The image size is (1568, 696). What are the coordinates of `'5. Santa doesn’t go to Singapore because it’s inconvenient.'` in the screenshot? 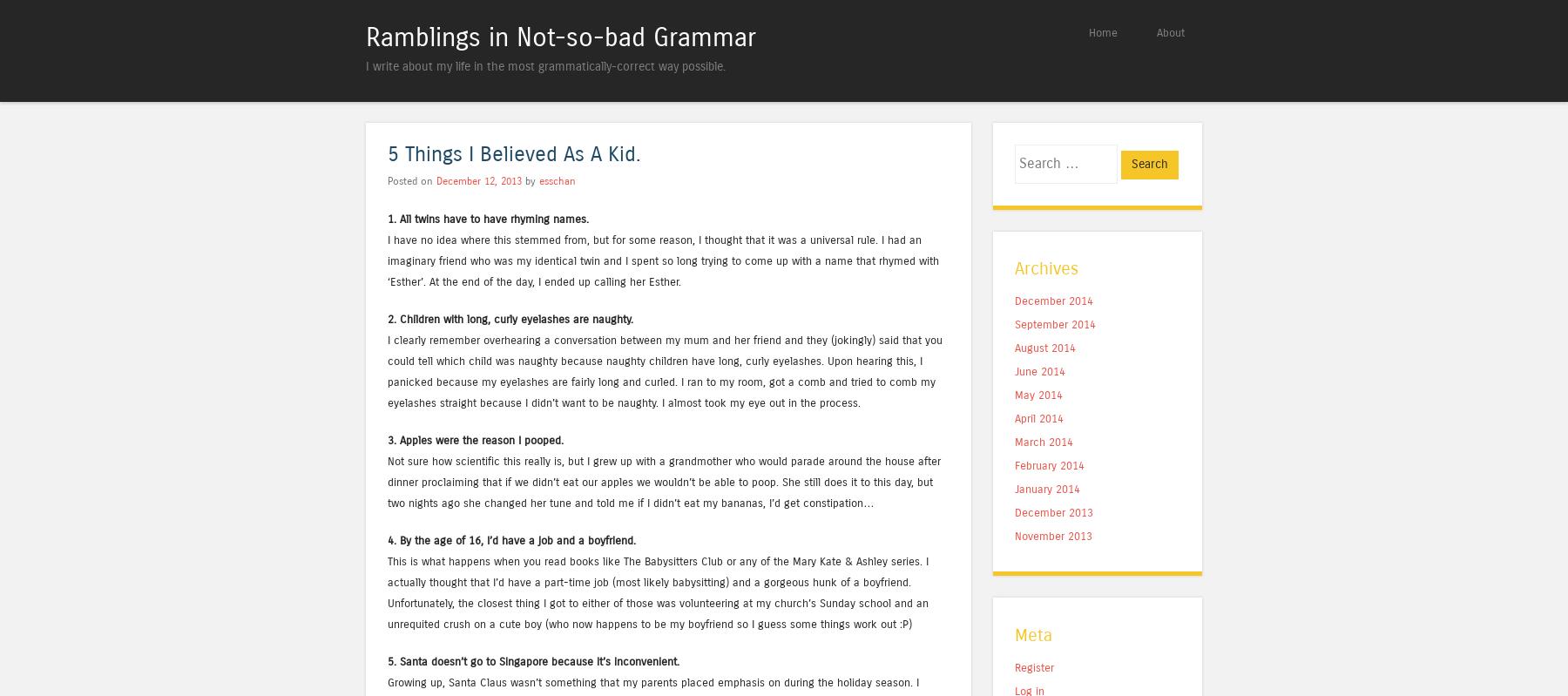 It's located at (533, 661).